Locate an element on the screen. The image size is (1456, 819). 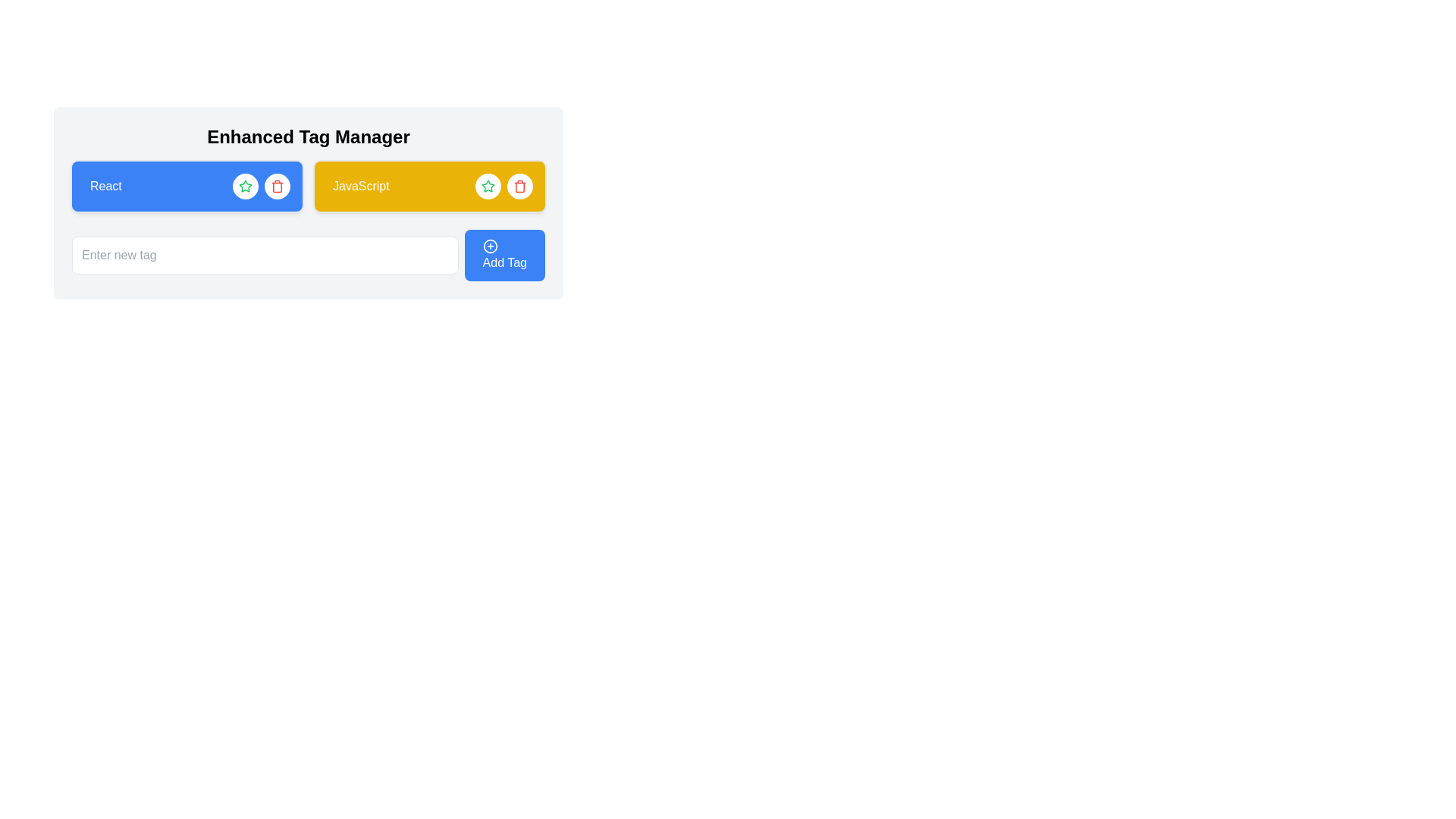
the green star icon with a hollow center located inside the circular white button on the left side of the 'React' tag block is located at coordinates (488, 186).